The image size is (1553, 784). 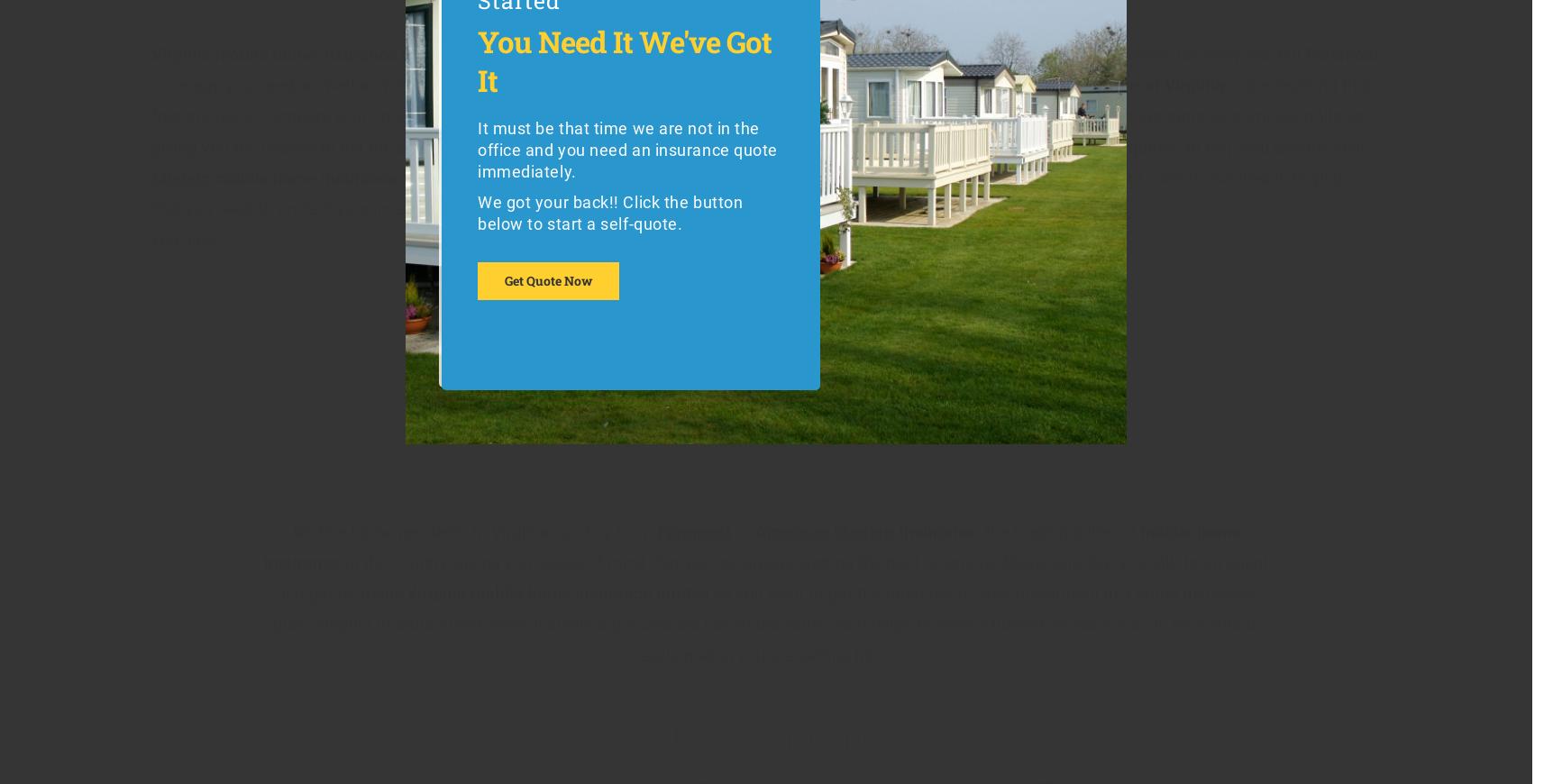 What do you see at coordinates (995, 84) in the screenshot?
I see `'American Modern of Virginia'` at bounding box center [995, 84].